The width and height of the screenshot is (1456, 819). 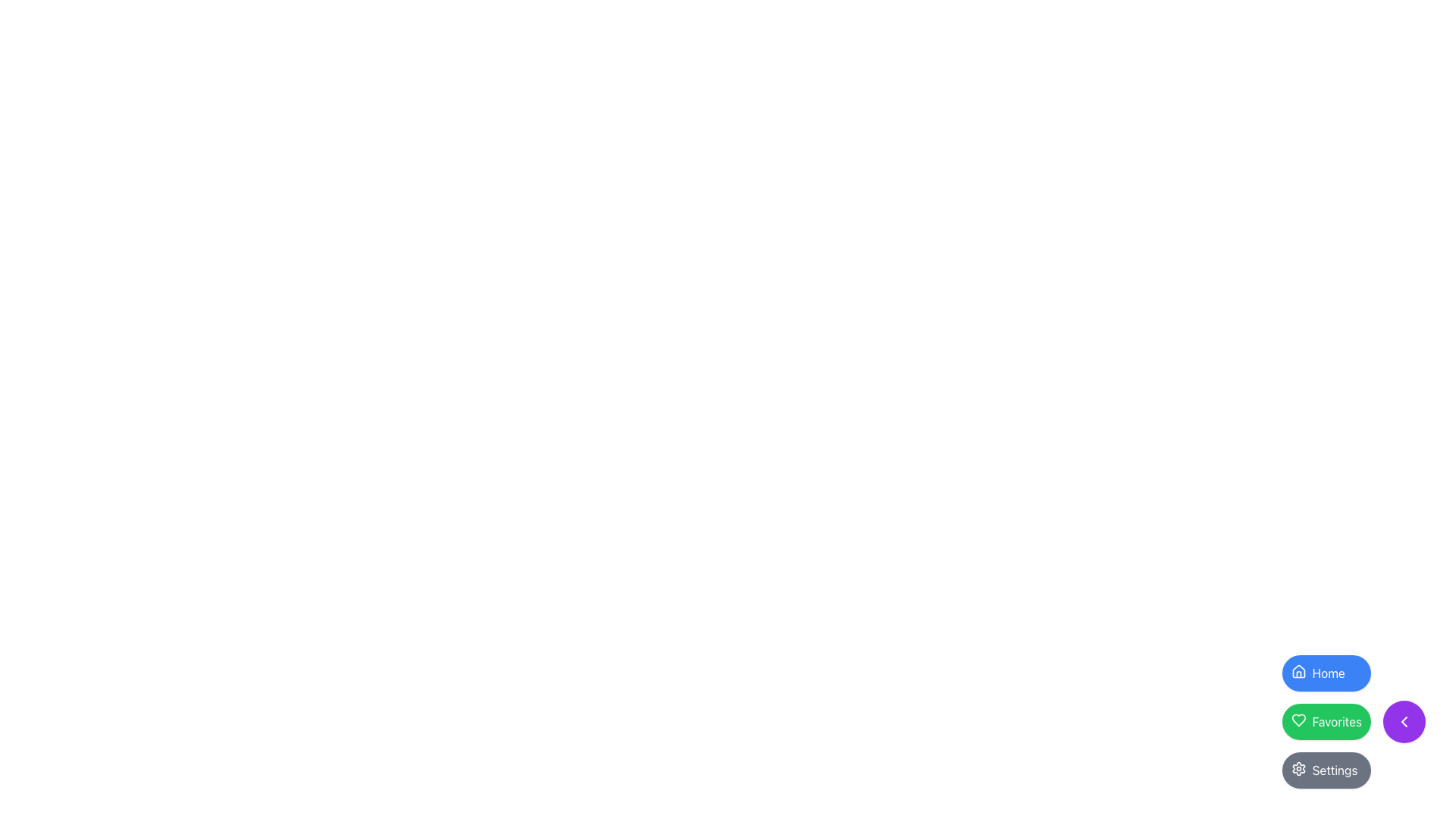 What do you see at coordinates (1354, 721) in the screenshot?
I see `the rounded green button labeled 'Favorites' with a heart icon` at bounding box center [1354, 721].